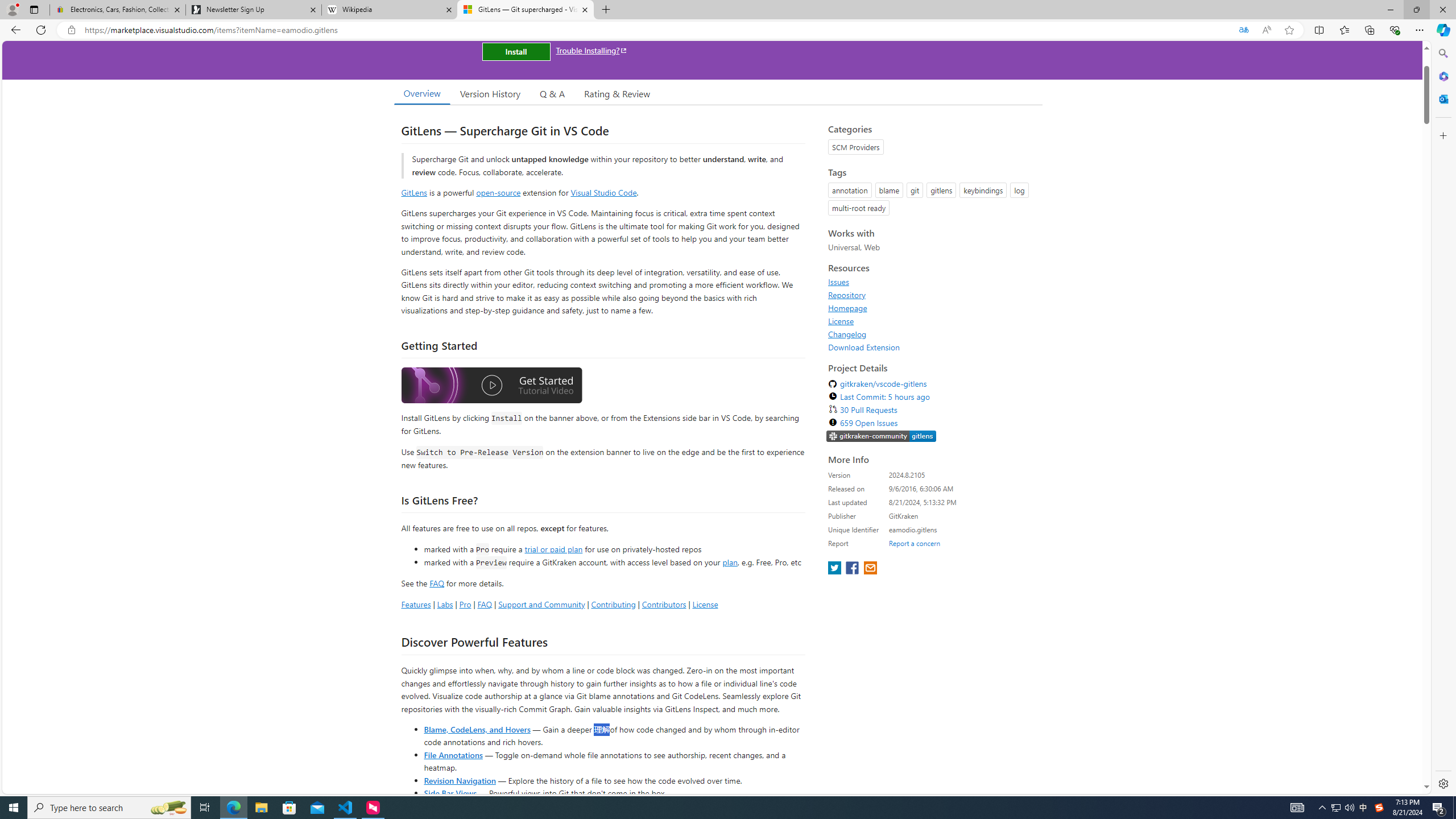 This screenshot has height=819, width=1456. Describe the element at coordinates (932, 294) in the screenshot. I see `'Repository'` at that location.